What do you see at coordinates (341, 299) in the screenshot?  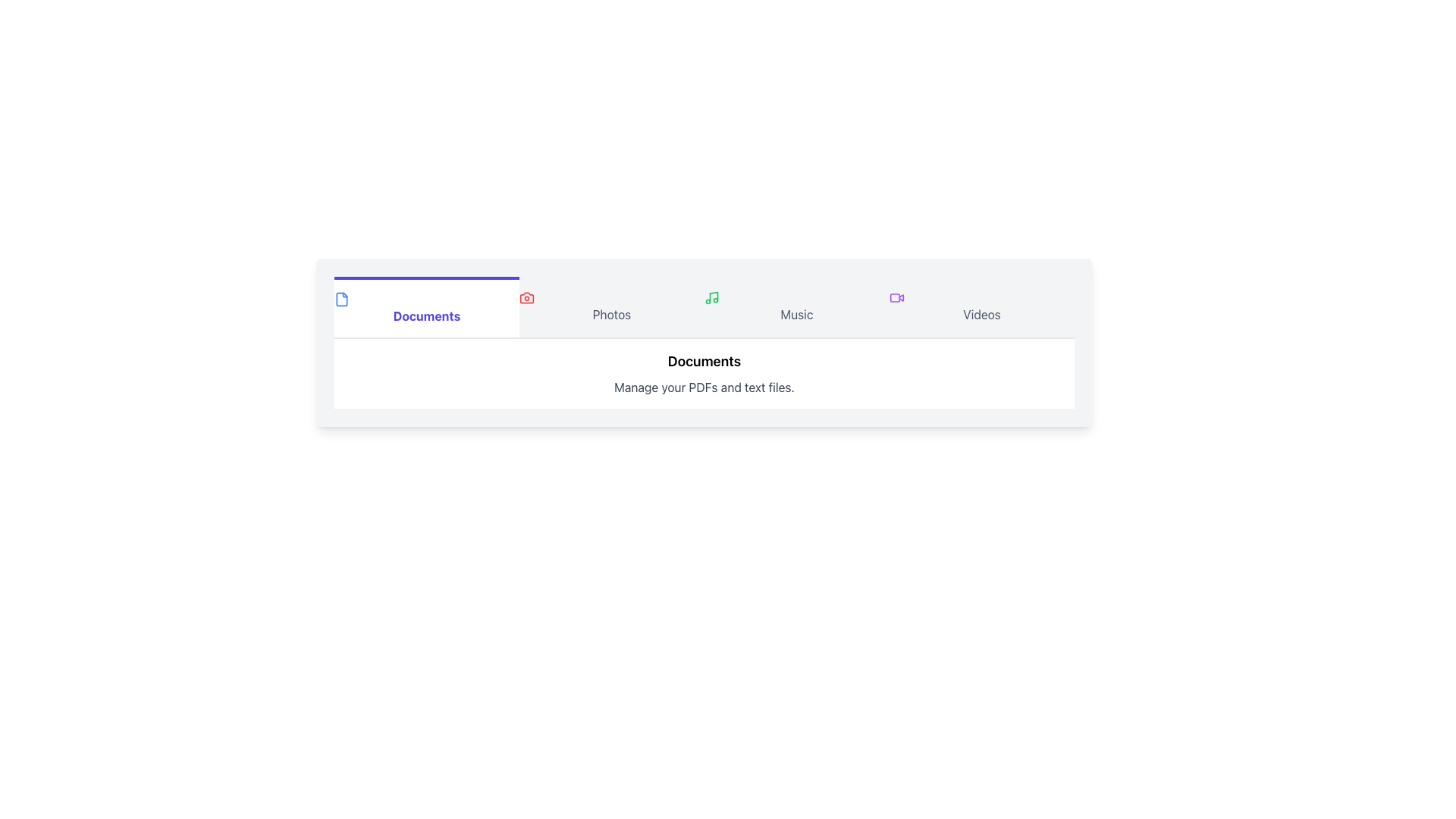 I see `the file document icon located in the navigation bar under the 'Documents' tab, positioned on the leftmost side` at bounding box center [341, 299].